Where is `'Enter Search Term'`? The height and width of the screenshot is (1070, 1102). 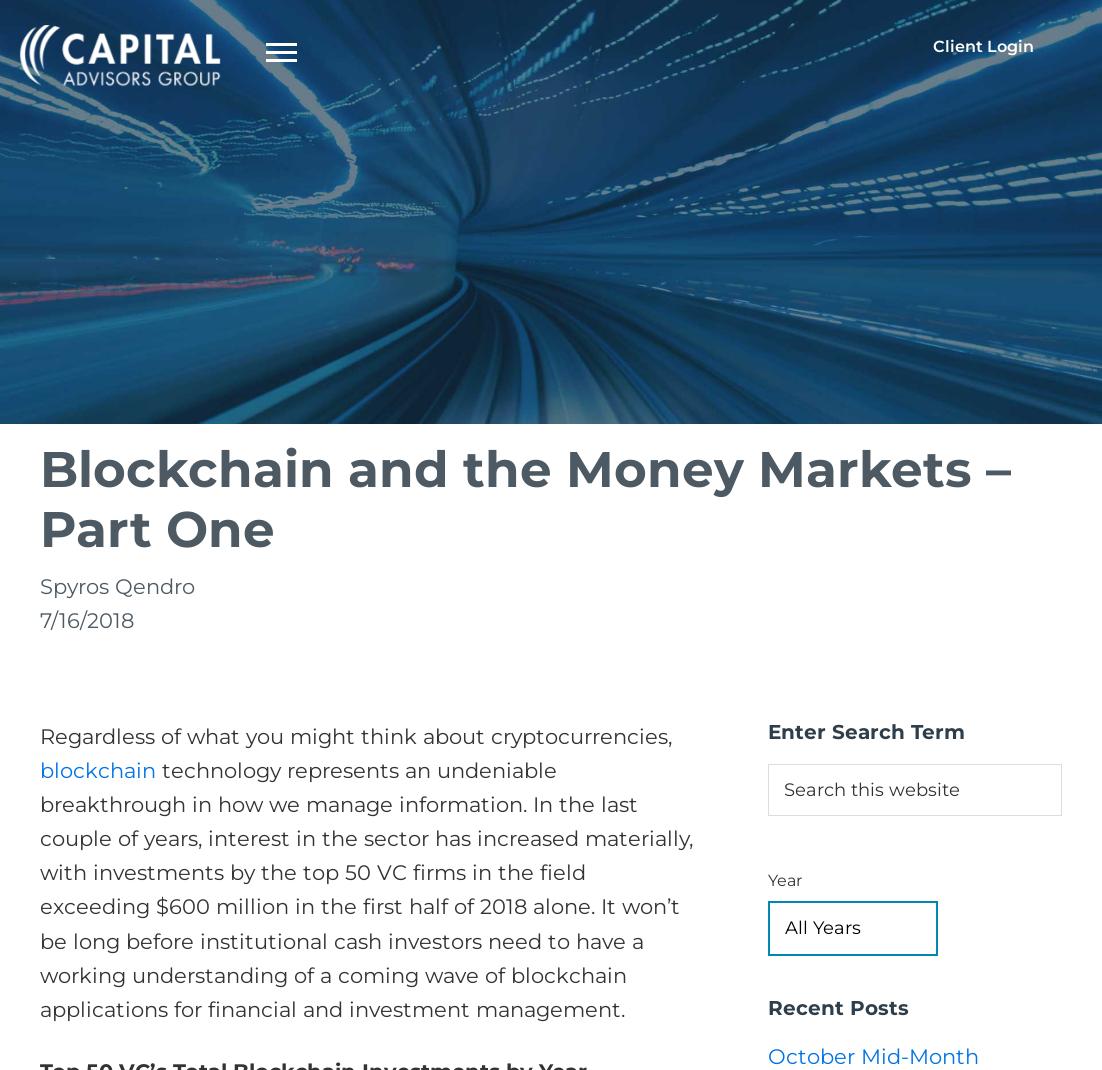 'Enter Search Term' is located at coordinates (865, 730).